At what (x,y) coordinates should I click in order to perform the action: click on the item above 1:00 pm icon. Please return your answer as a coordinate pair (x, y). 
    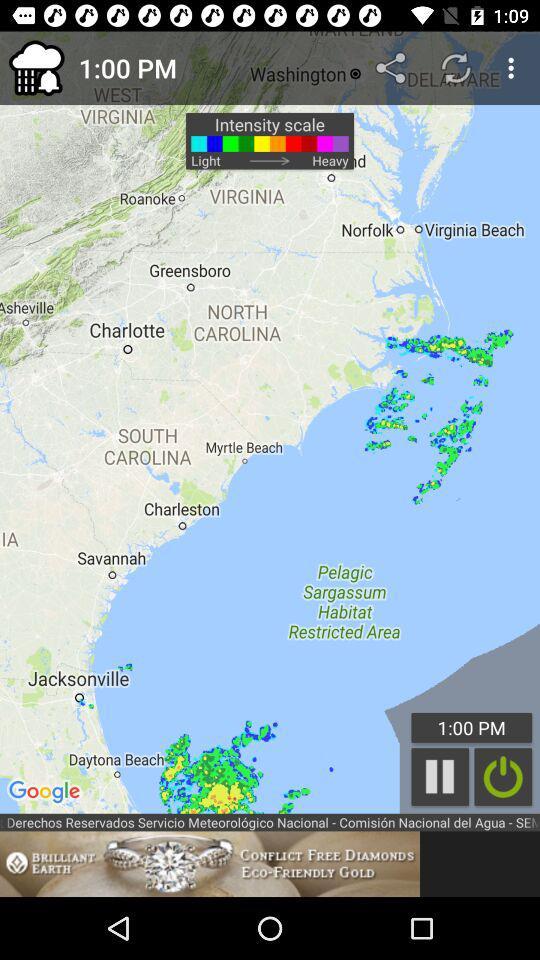
    Looking at the image, I should click on (455, 68).